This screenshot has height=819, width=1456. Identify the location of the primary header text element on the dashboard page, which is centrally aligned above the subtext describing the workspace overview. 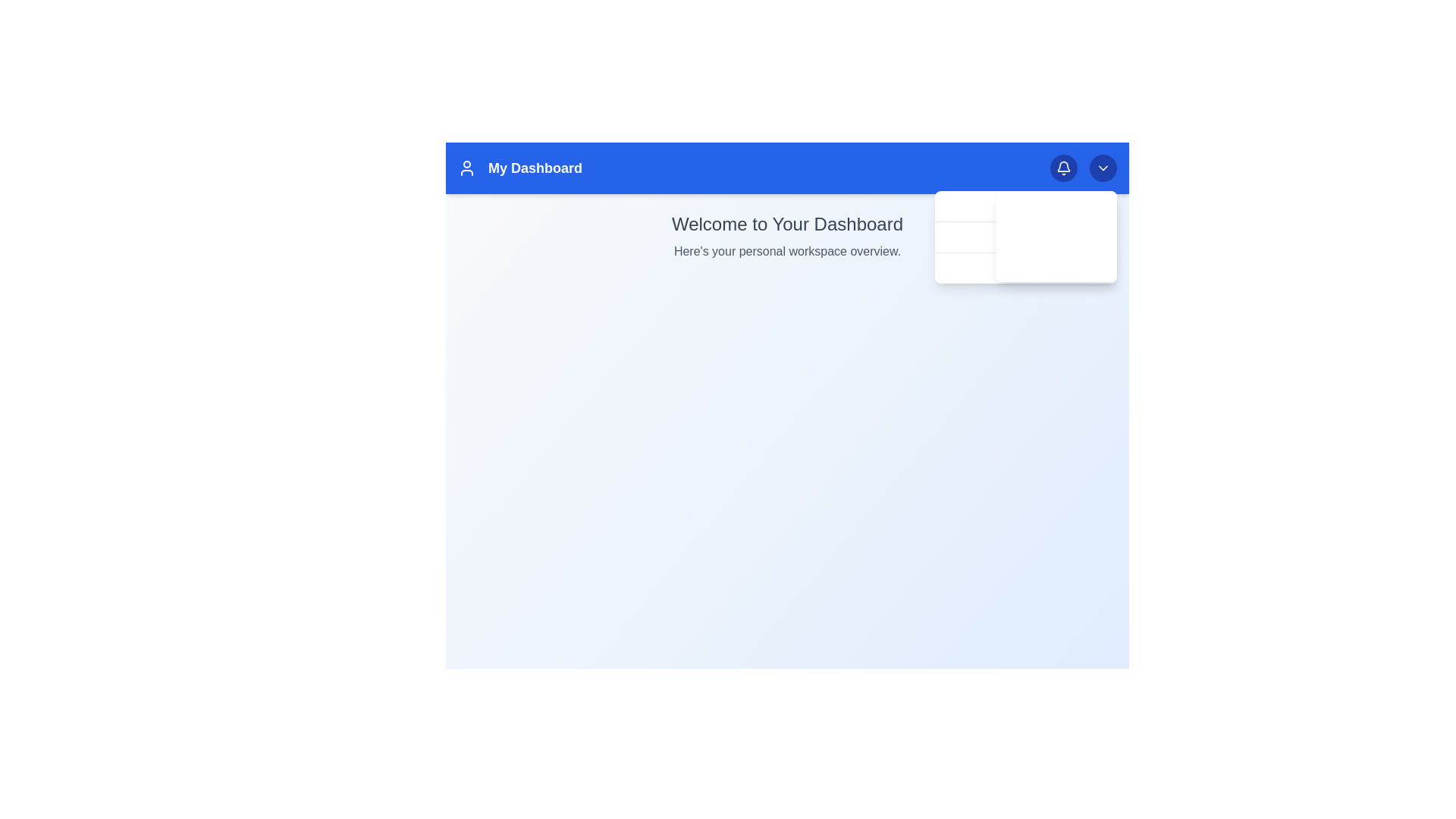
(787, 224).